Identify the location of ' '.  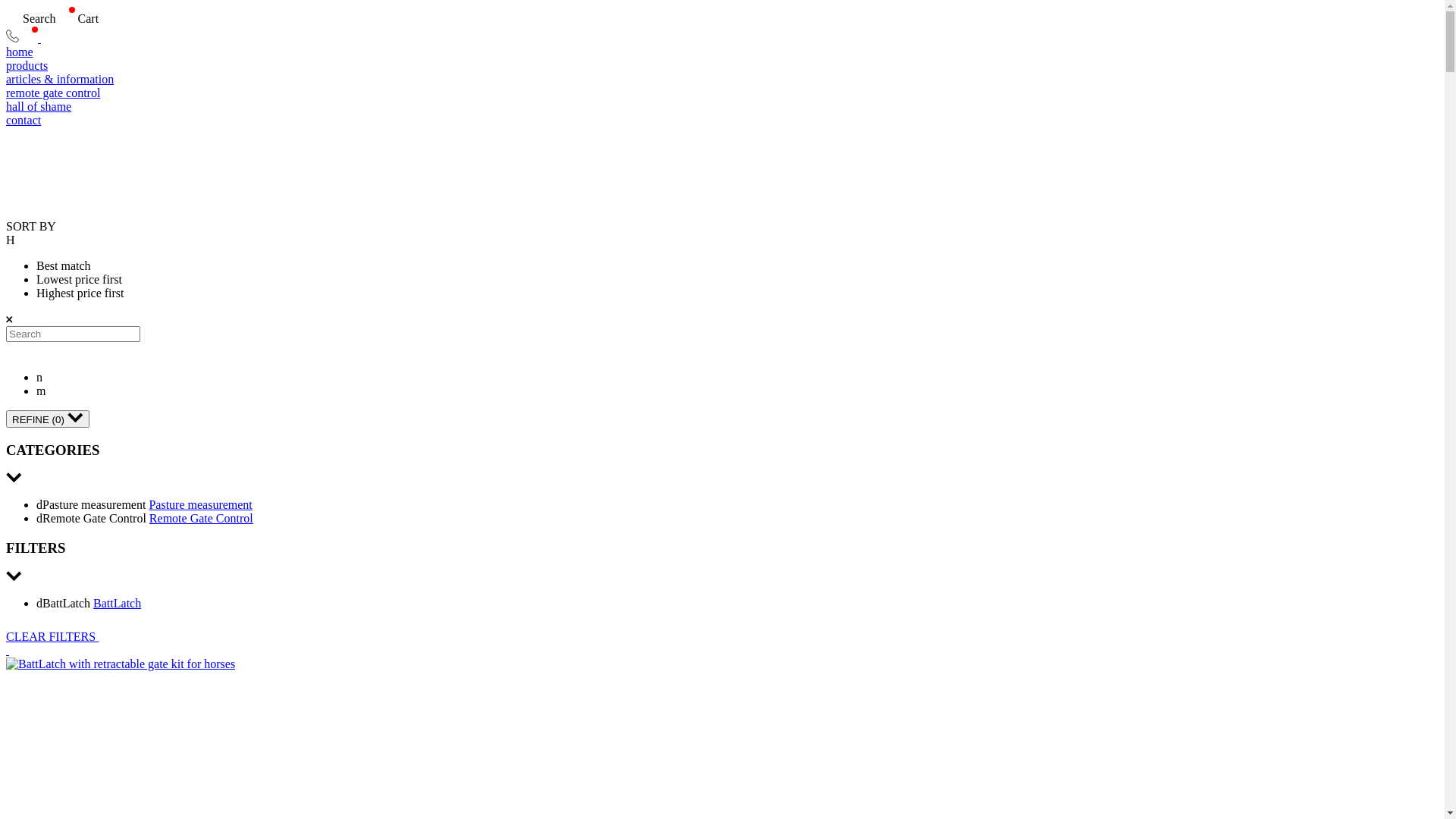
(7, 649).